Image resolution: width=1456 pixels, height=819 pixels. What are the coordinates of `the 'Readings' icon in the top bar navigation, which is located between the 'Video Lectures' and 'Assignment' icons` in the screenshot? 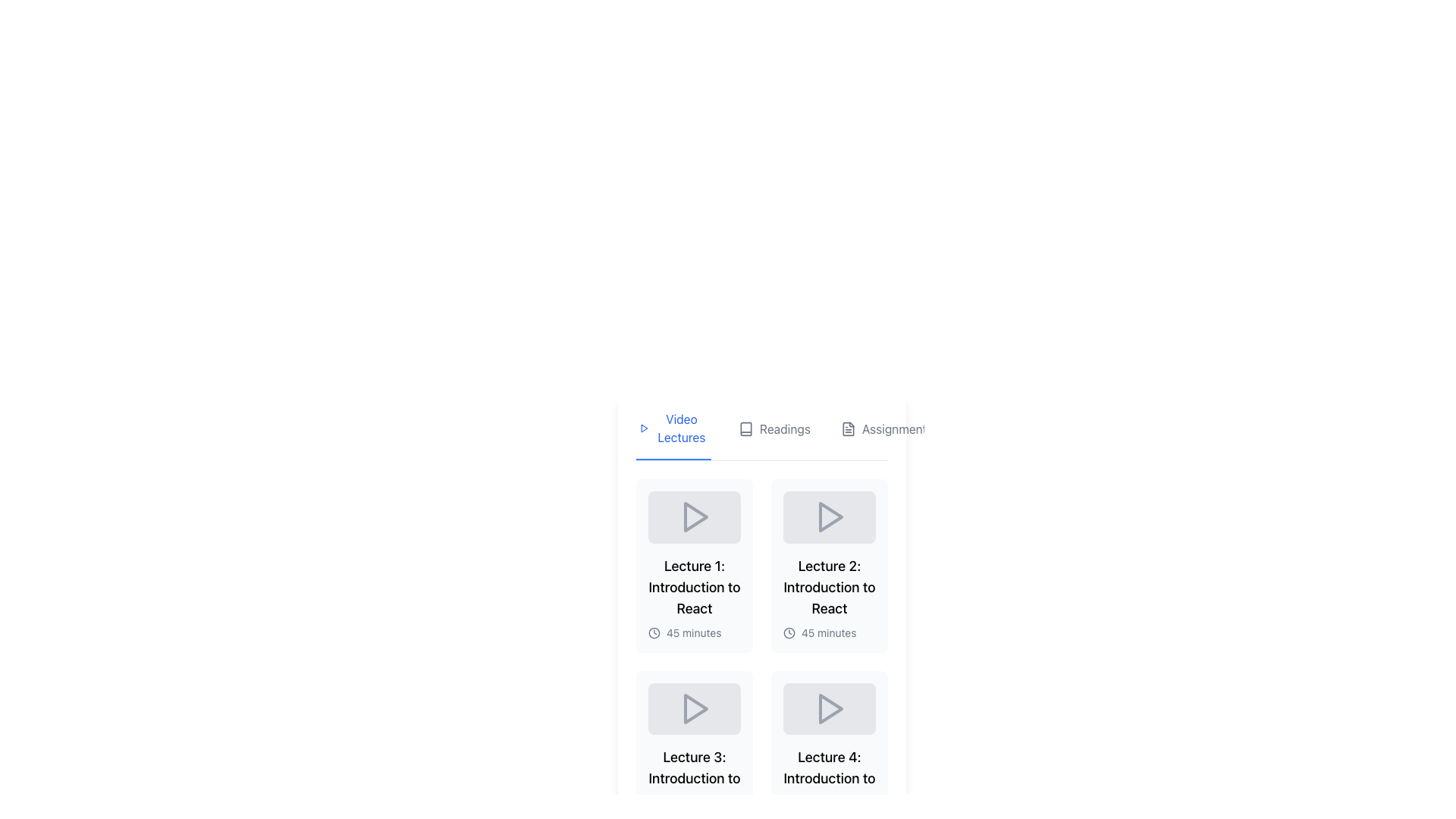 It's located at (745, 429).